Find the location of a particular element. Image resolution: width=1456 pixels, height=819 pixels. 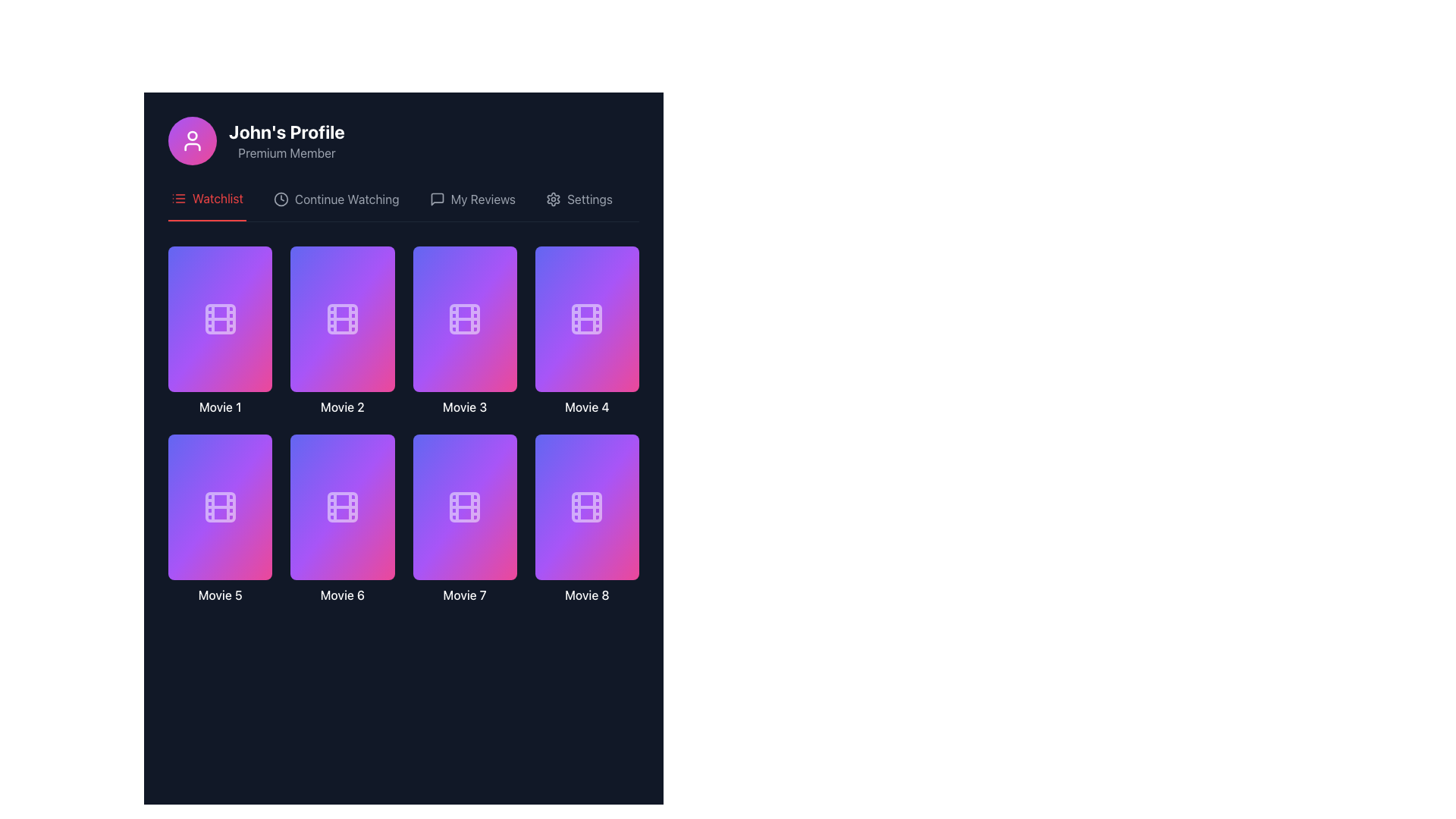

the Play Icon located in the first card labeled 'Movie 1' within the movie gallery to initiate playback of the corresponding video is located at coordinates (220, 311).